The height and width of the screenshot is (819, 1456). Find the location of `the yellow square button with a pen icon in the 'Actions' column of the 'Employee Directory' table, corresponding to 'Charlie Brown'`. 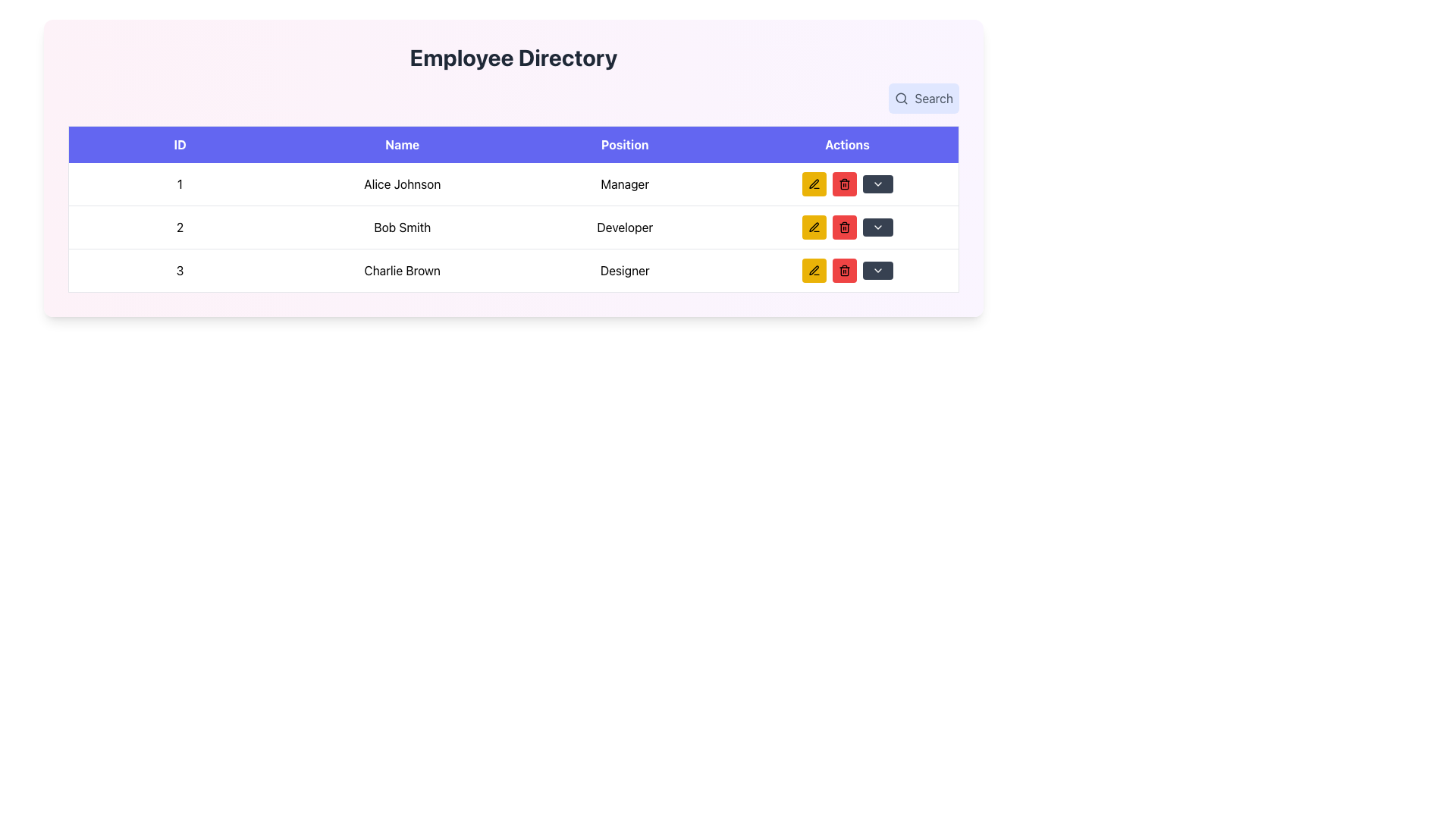

the yellow square button with a pen icon in the 'Actions' column of the 'Employee Directory' table, corresponding to 'Charlie Brown' is located at coordinates (813, 270).